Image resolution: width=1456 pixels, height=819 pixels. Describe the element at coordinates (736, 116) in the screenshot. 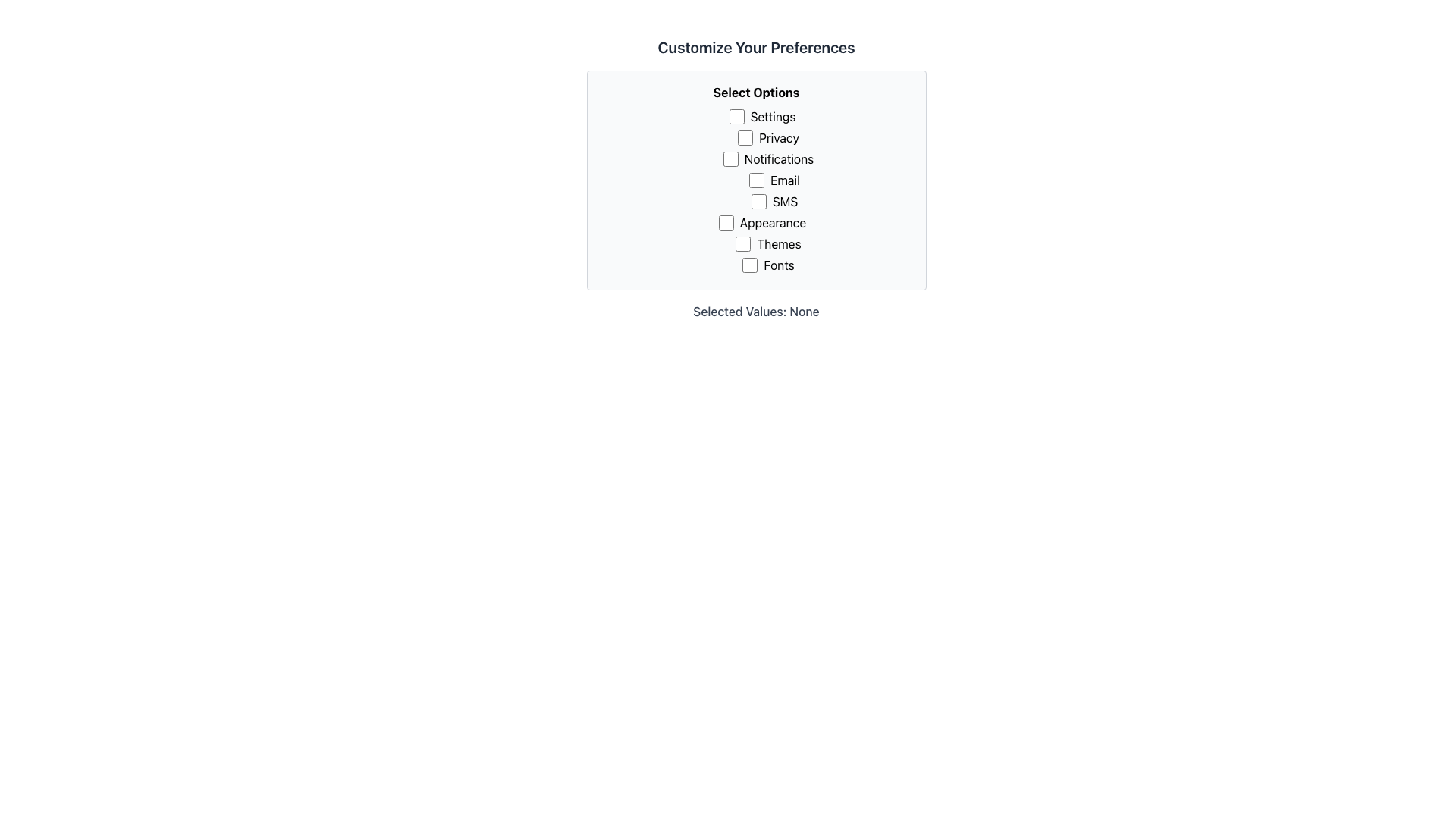

I see `the checkbox with a blue border next to the label 'Settings' in the 'Select Options' section` at that location.